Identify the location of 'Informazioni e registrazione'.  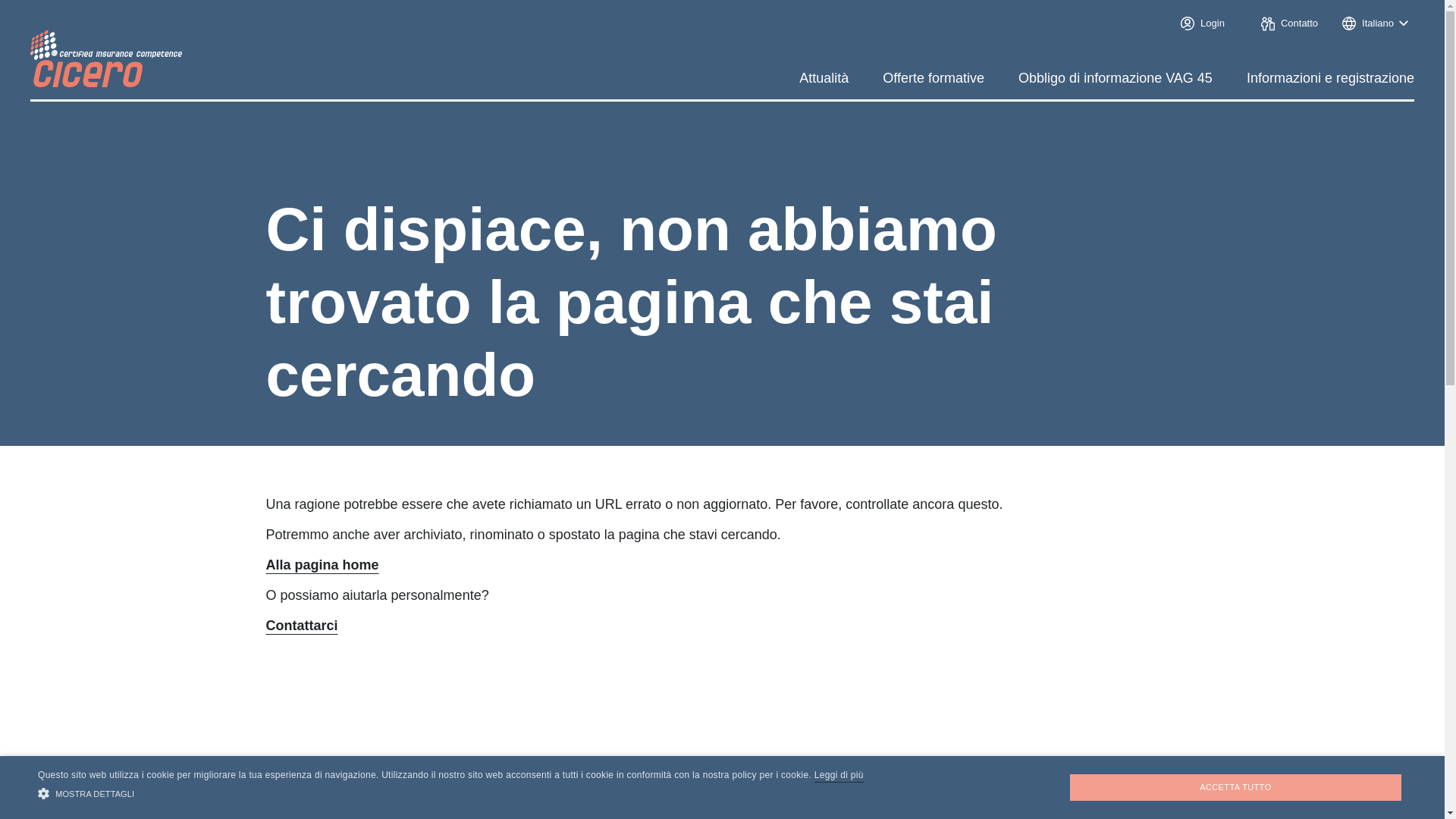
(1329, 78).